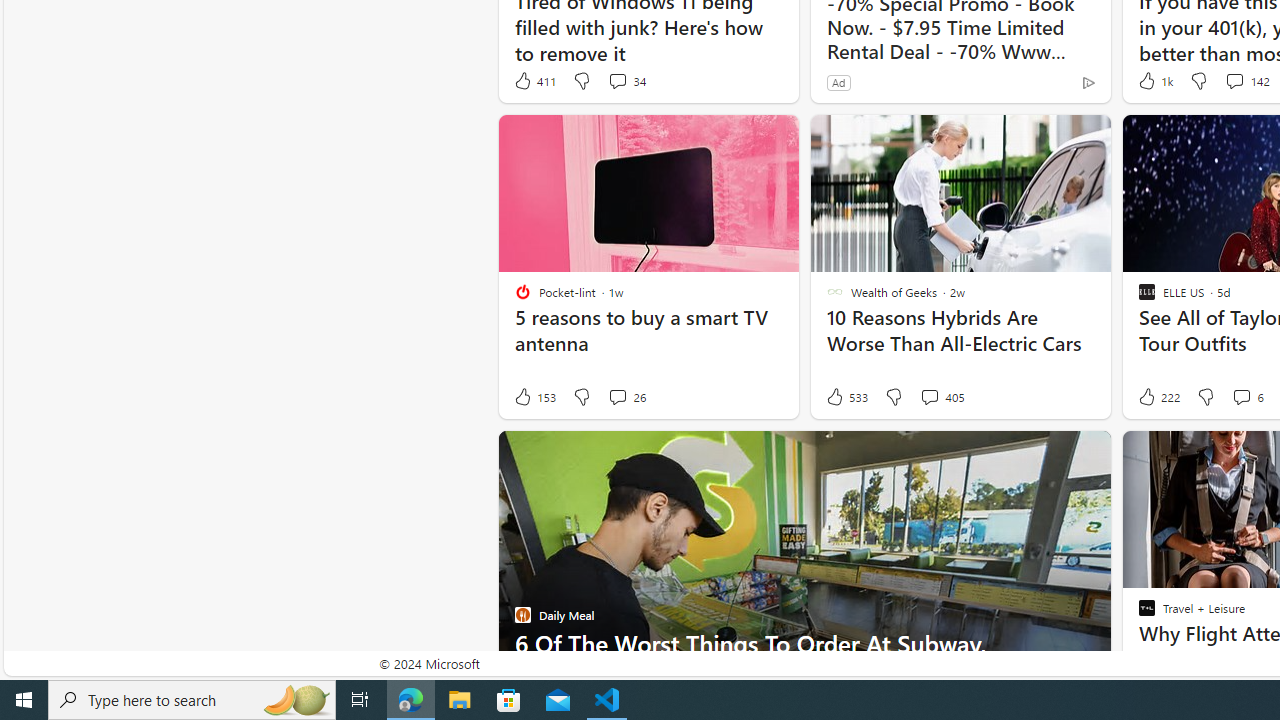  Describe the element at coordinates (928, 397) in the screenshot. I see `'View comments 405 Comment'` at that location.